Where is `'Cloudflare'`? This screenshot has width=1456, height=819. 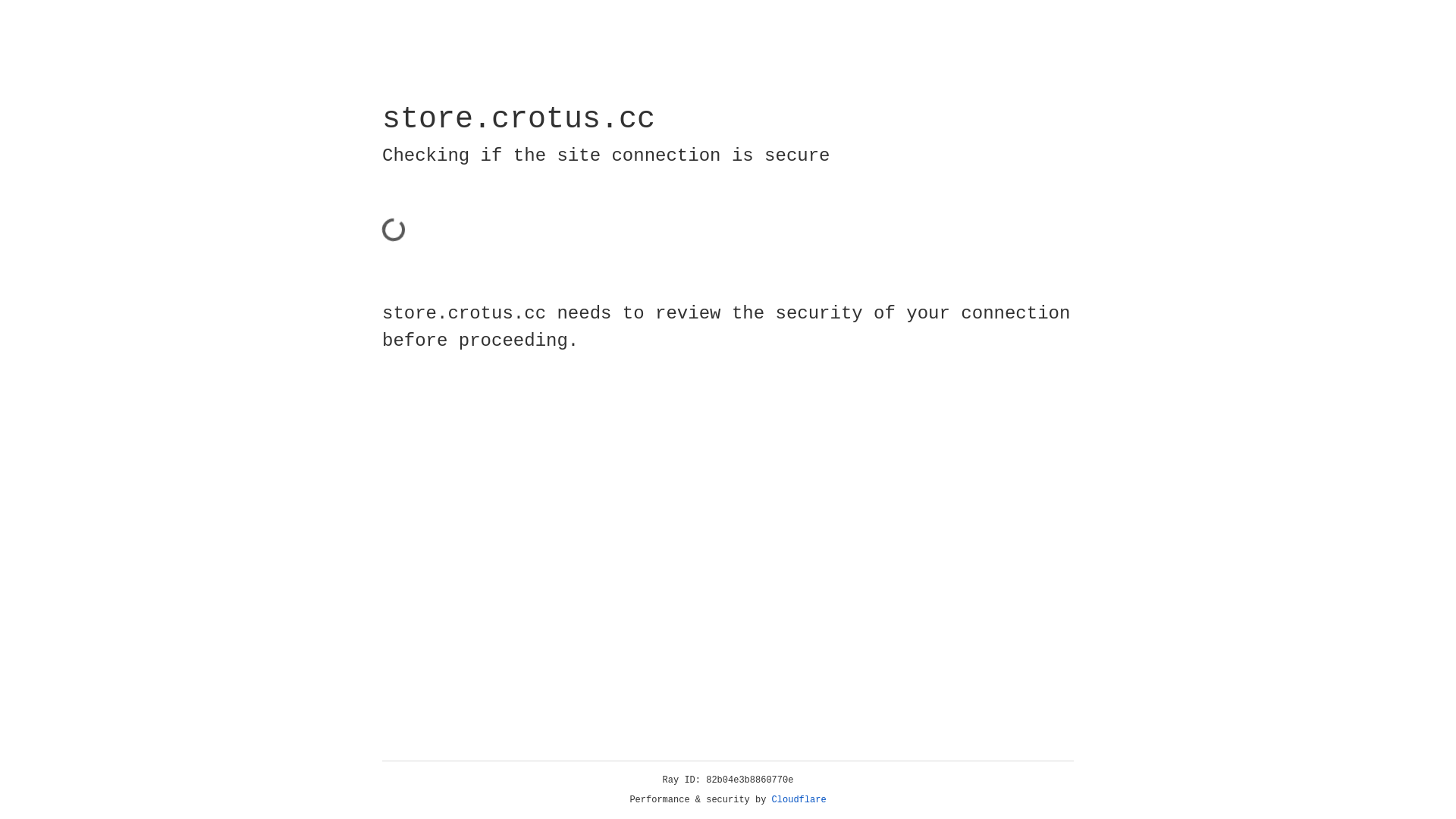 'Cloudflare' is located at coordinates (799, 799).